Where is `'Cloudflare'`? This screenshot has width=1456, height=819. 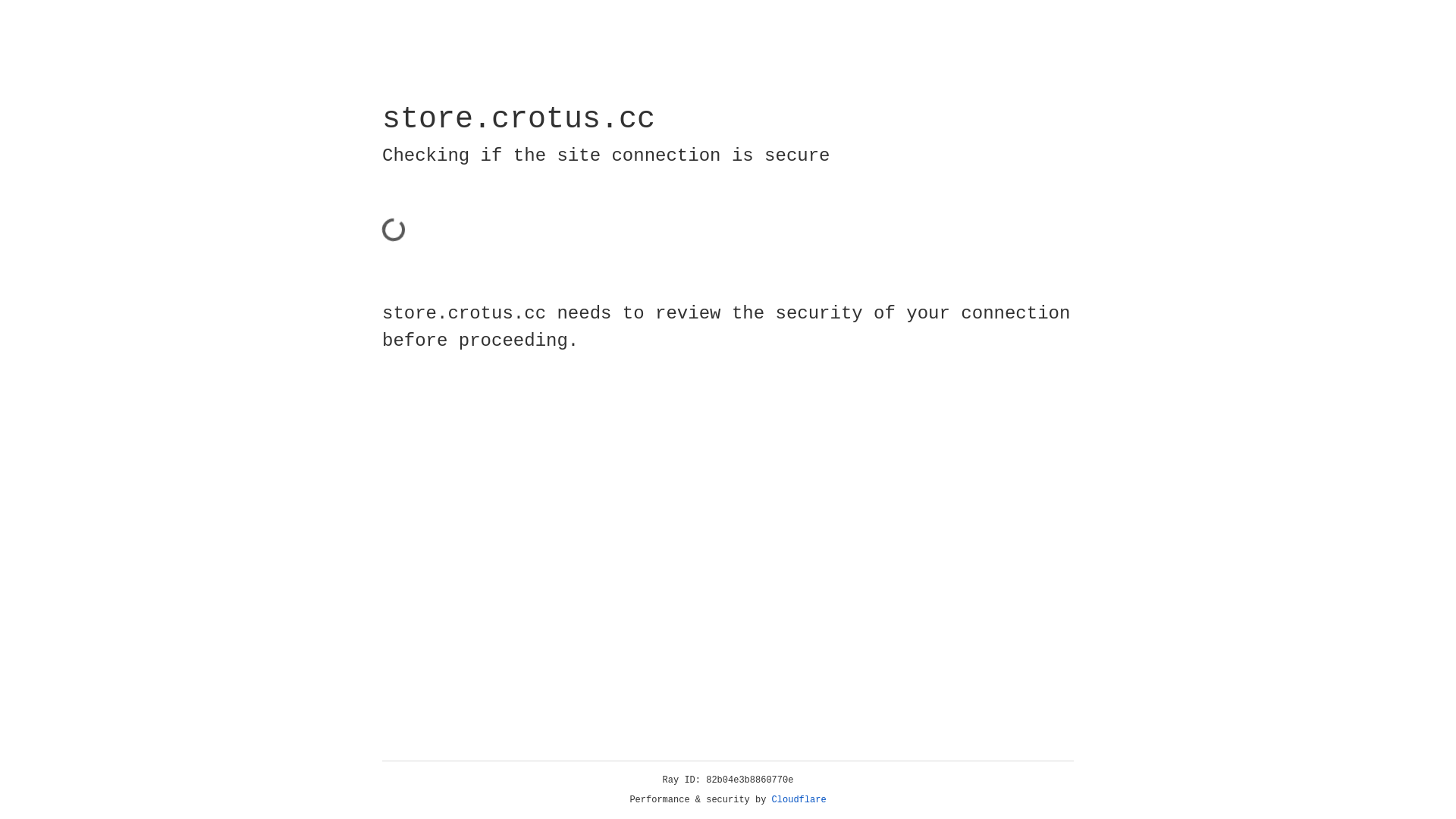 'Cloudflare' is located at coordinates (799, 799).